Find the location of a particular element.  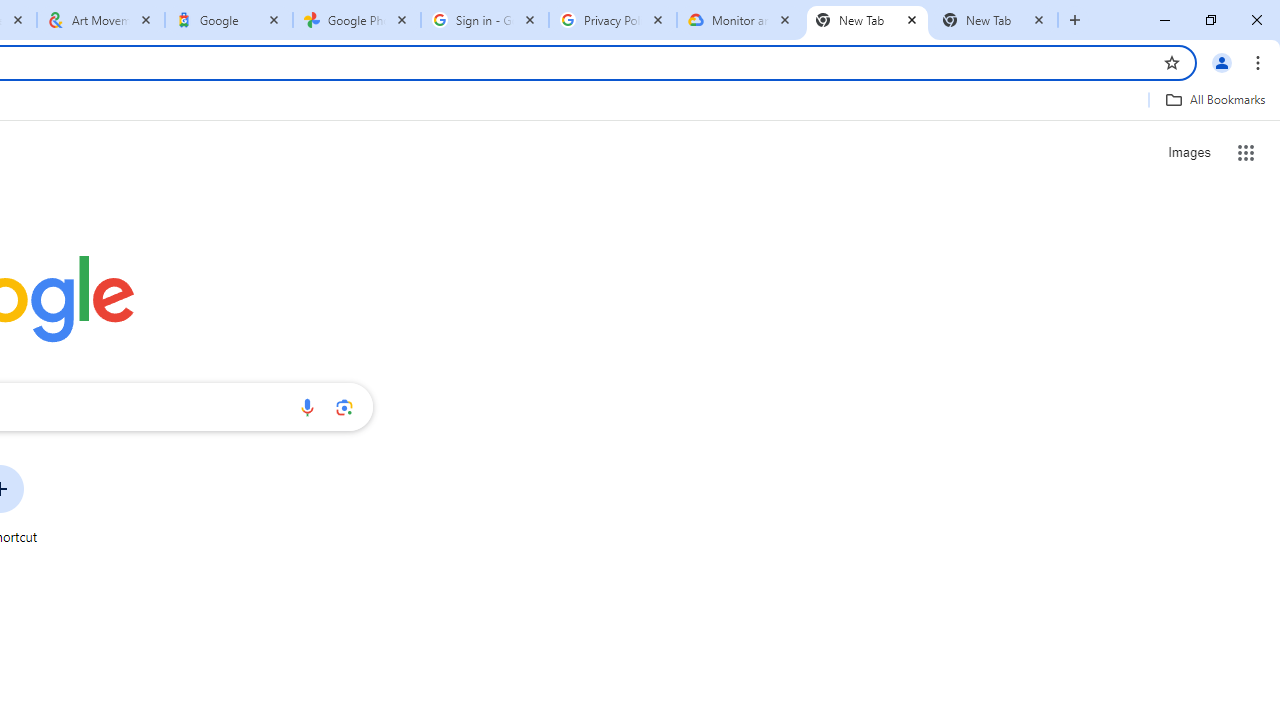

'Sign in - Google Accounts' is located at coordinates (485, 20).